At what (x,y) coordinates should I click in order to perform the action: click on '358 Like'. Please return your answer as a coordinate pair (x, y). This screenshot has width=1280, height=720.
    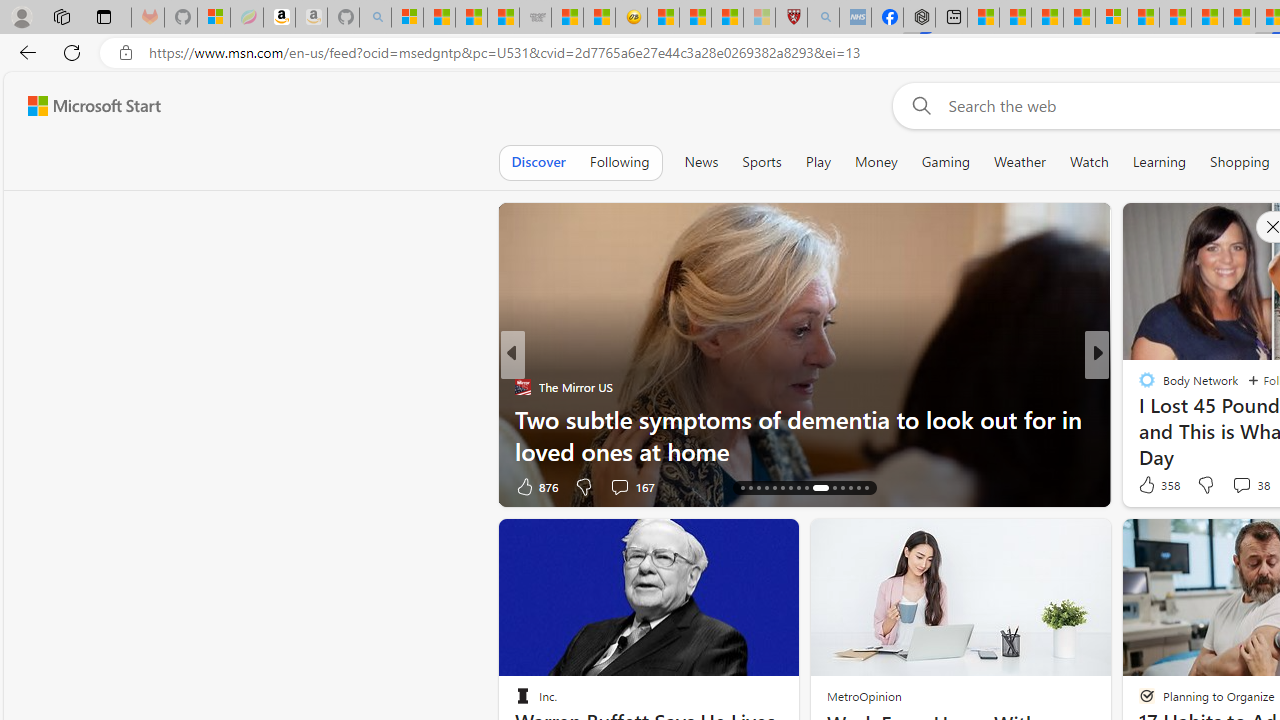
    Looking at the image, I should click on (1157, 484).